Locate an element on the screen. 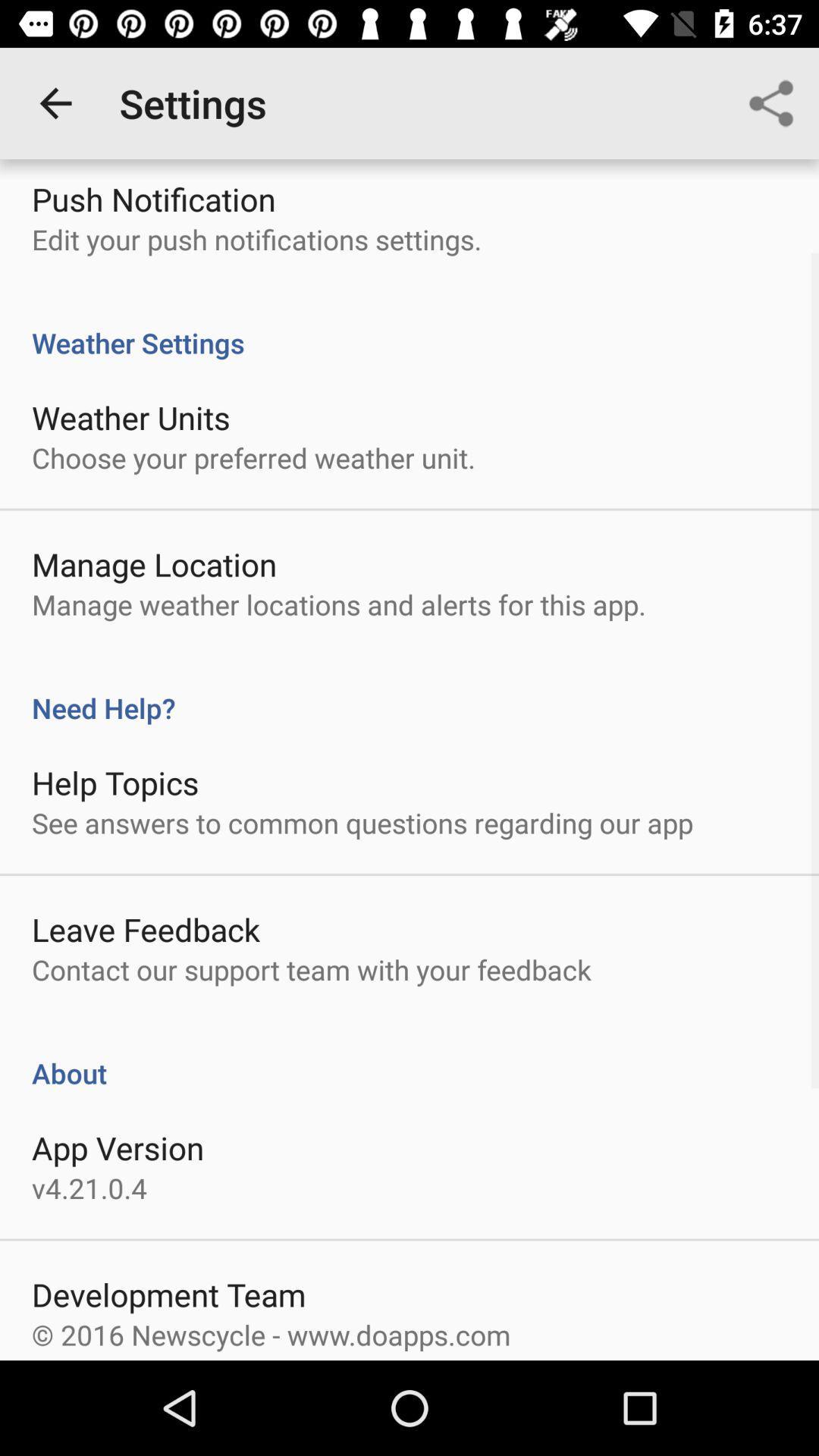  the icon above the weather settings is located at coordinates (771, 102).